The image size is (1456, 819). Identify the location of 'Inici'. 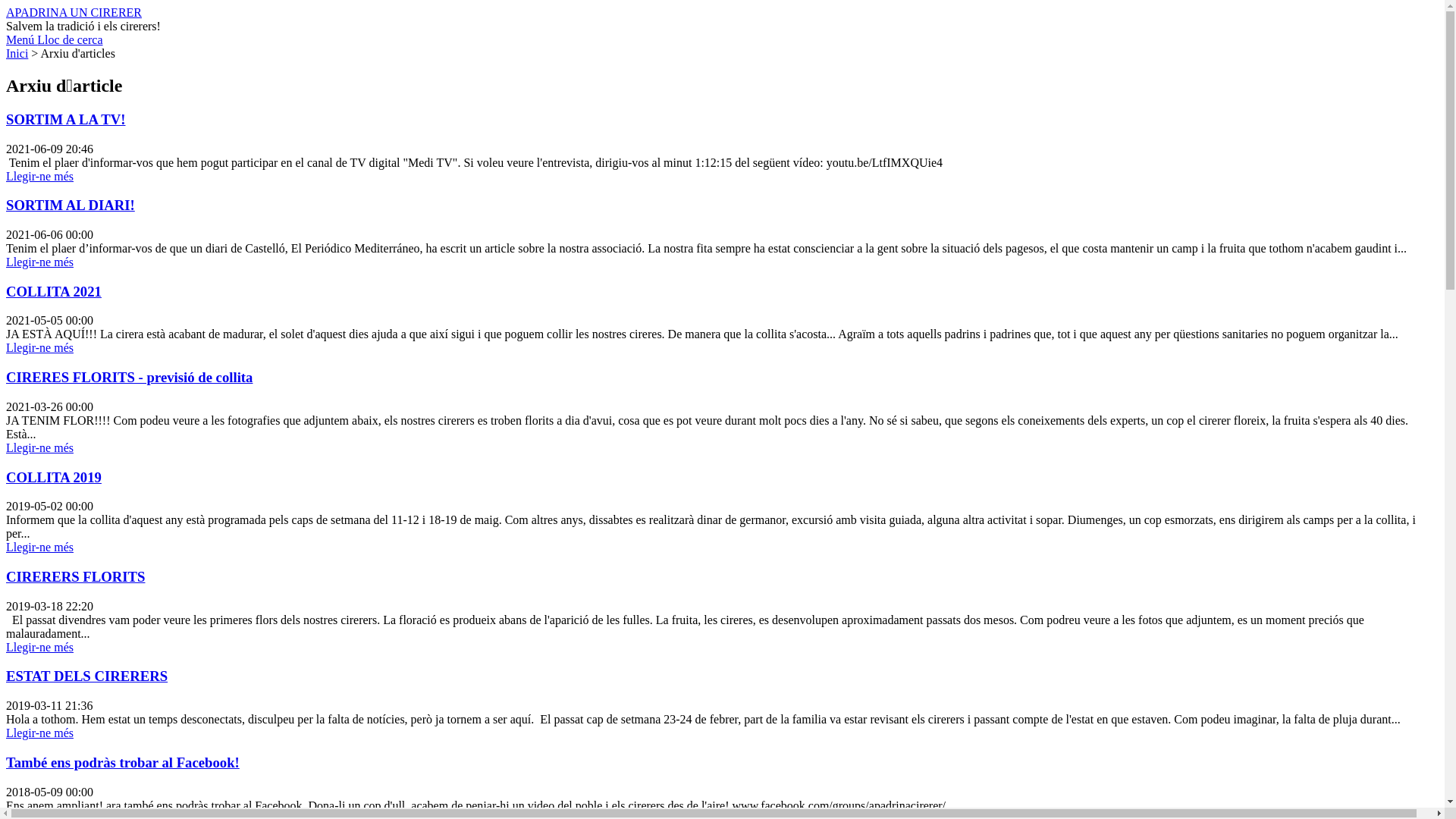
(17, 52).